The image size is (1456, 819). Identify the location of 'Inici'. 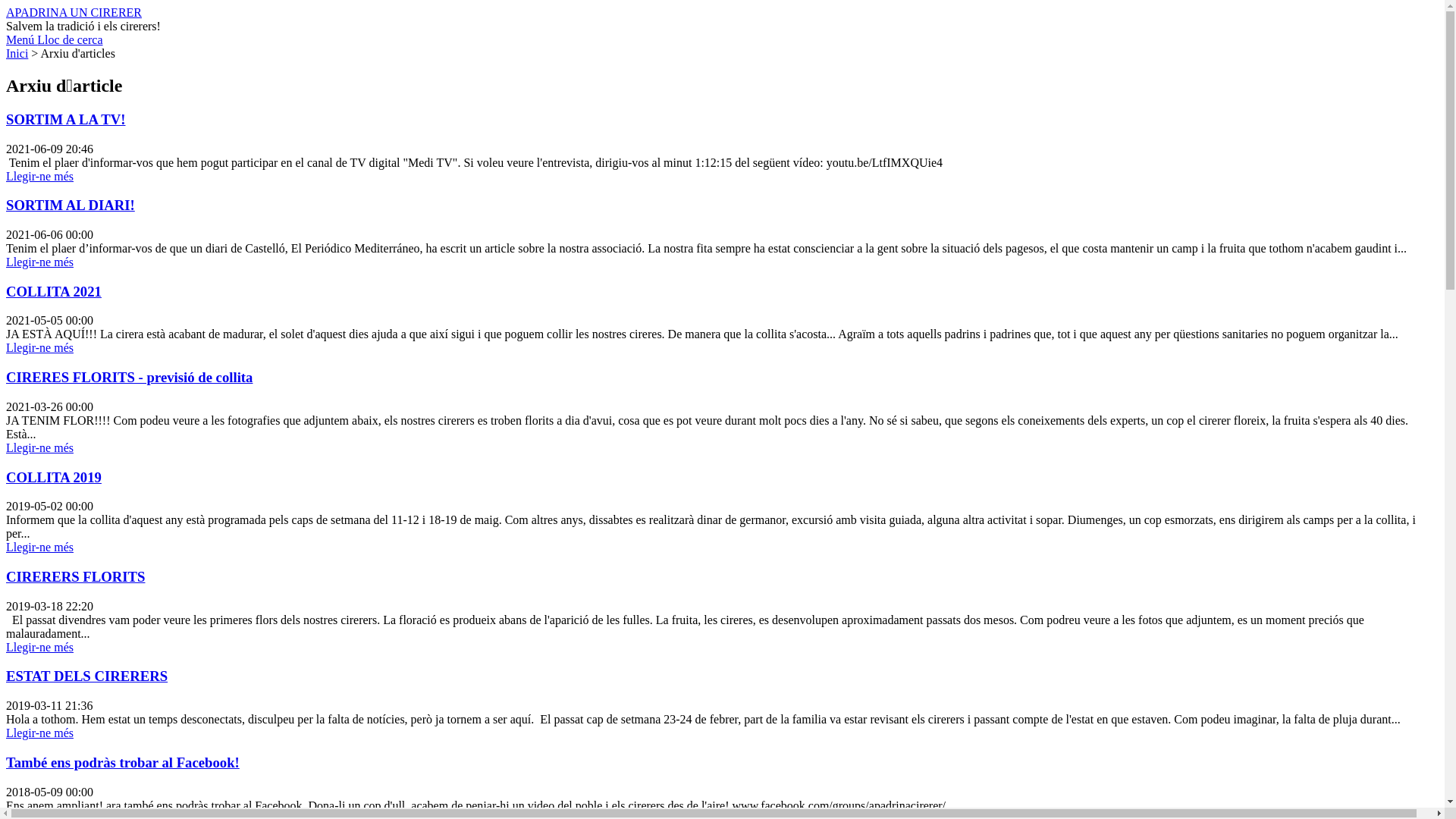
(17, 52).